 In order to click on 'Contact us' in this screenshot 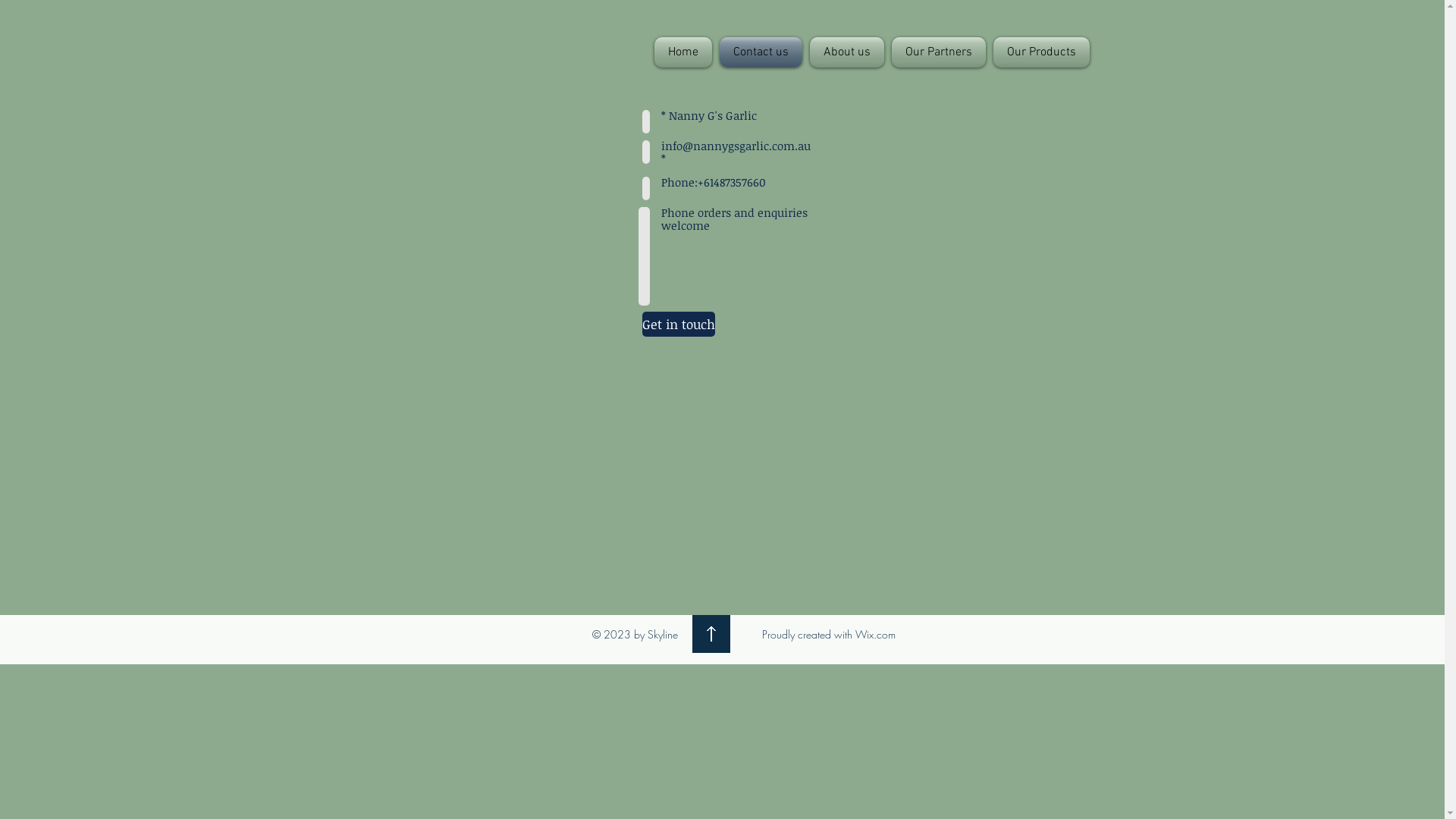, I will do `click(761, 52)`.